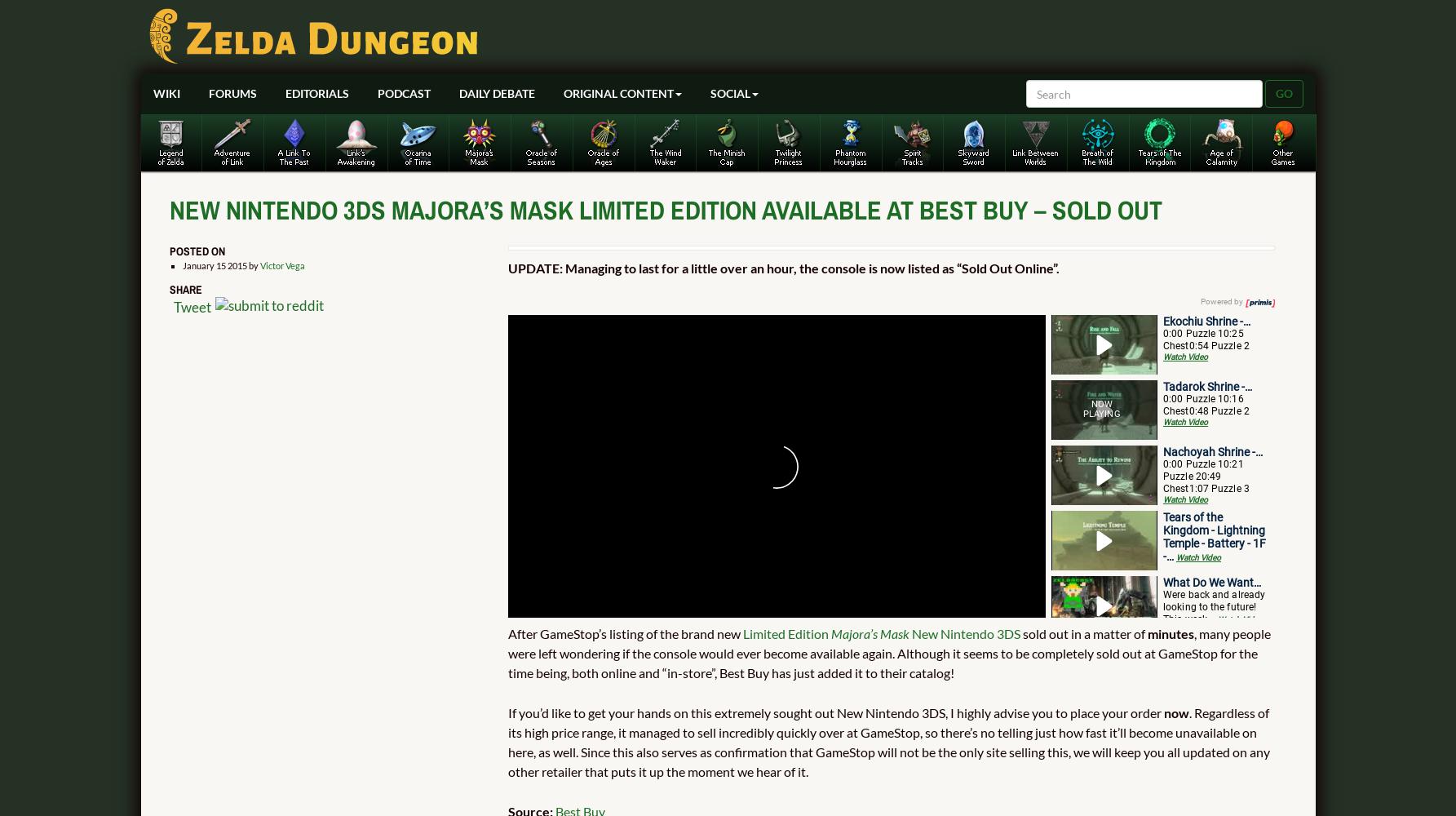 The height and width of the screenshot is (816, 1456). What do you see at coordinates (220, 264) in the screenshot?
I see `'January 15 2015 by'` at bounding box center [220, 264].